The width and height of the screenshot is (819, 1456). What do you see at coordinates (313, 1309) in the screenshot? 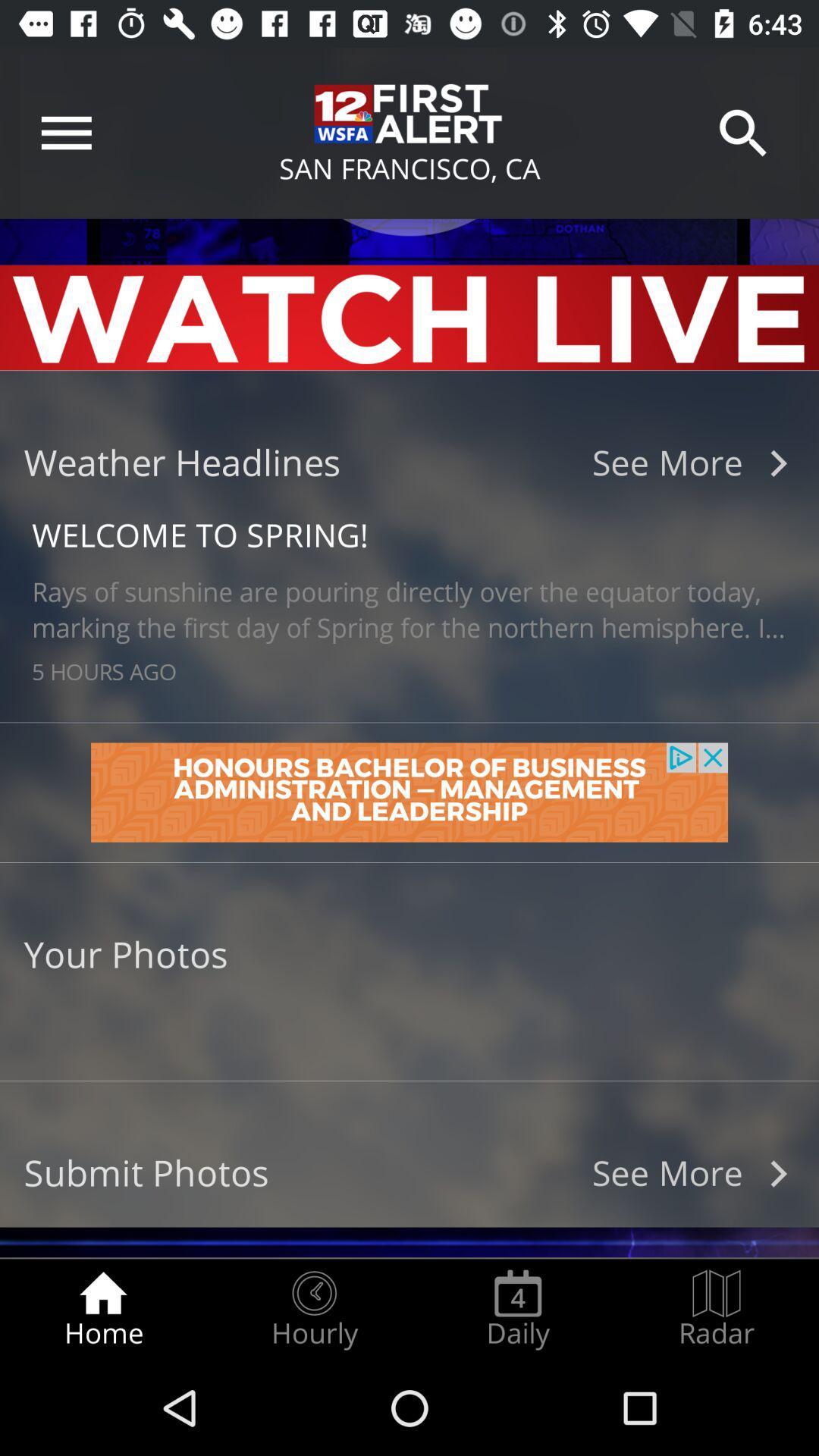
I see `the icon next to the daily radio button` at bounding box center [313, 1309].